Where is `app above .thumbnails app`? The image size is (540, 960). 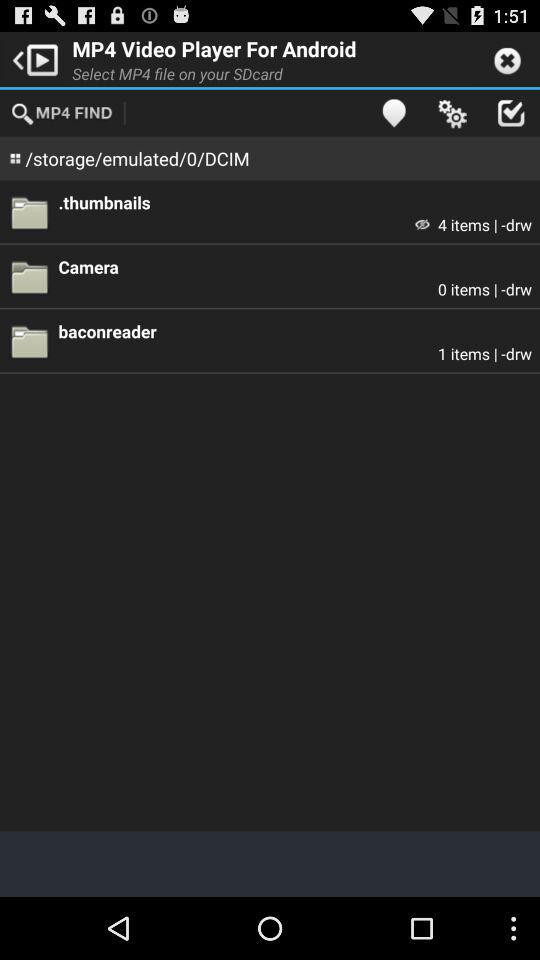
app above .thumbnails app is located at coordinates (452, 112).